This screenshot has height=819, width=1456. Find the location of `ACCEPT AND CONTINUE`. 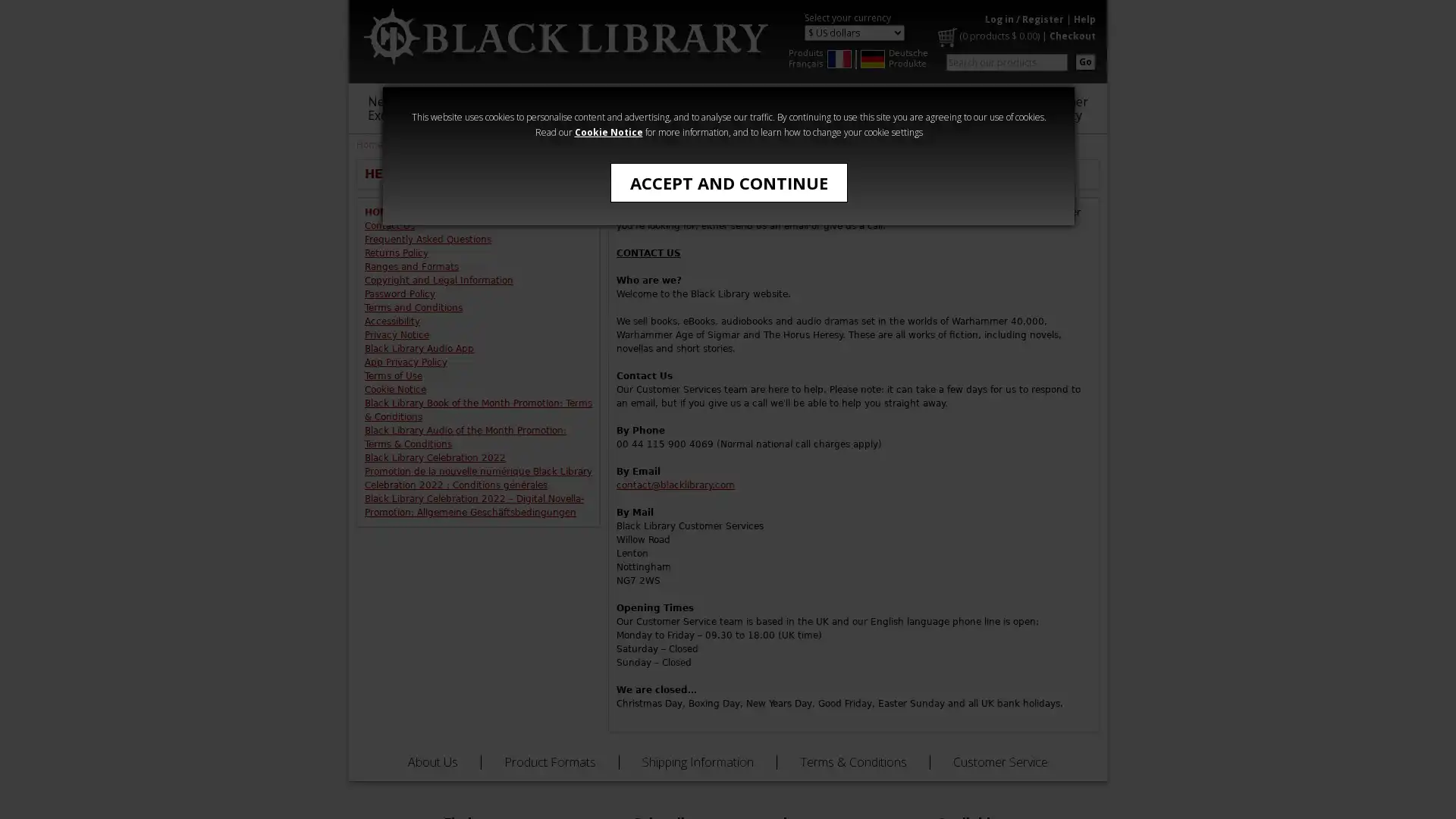

ACCEPT AND CONTINUE is located at coordinates (728, 181).